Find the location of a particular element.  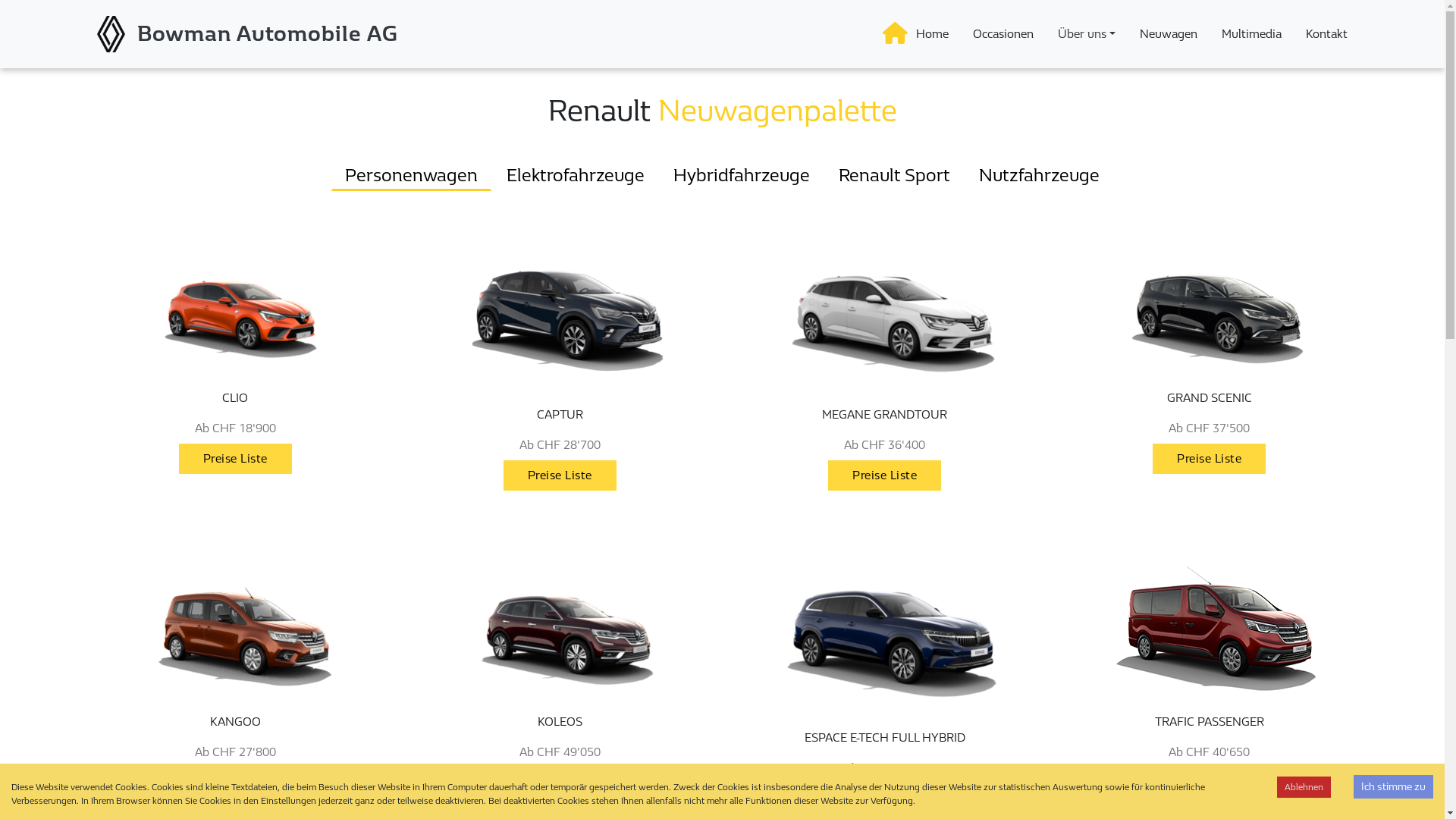

'Preise Liste' is located at coordinates (503, 782).